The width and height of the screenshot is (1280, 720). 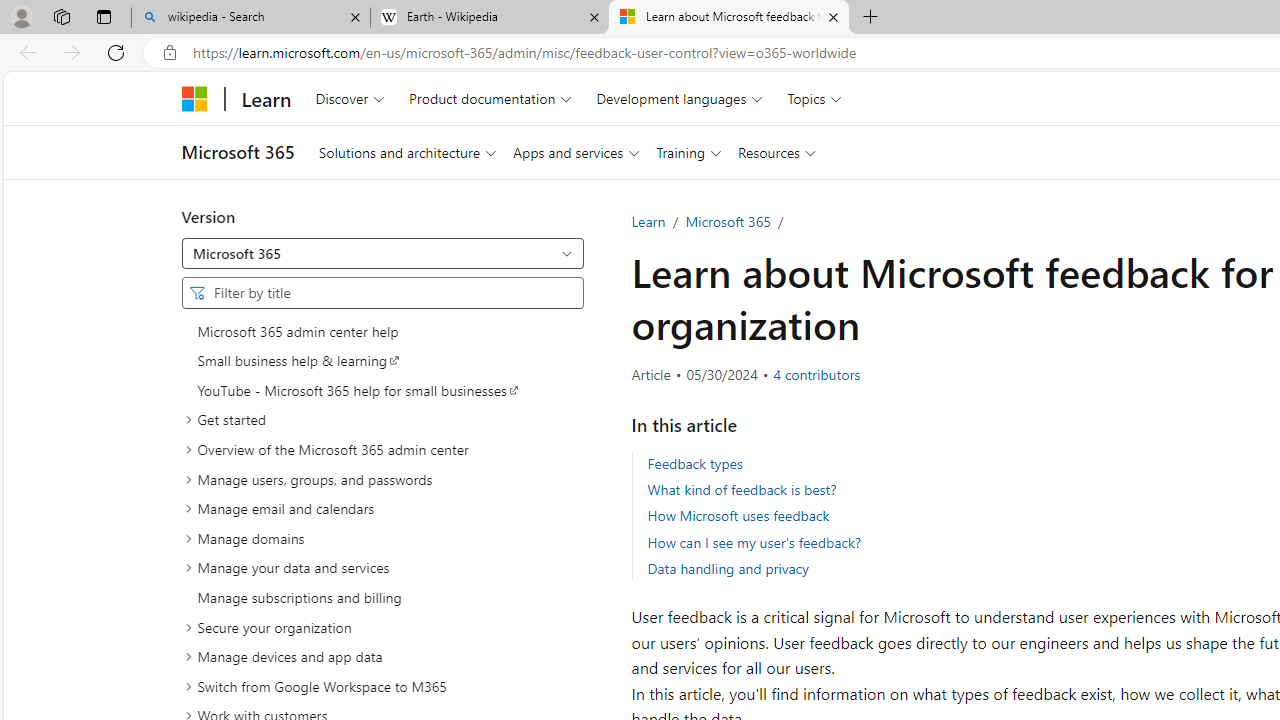 What do you see at coordinates (726, 221) in the screenshot?
I see `'Microsoft 365'` at bounding box center [726, 221].